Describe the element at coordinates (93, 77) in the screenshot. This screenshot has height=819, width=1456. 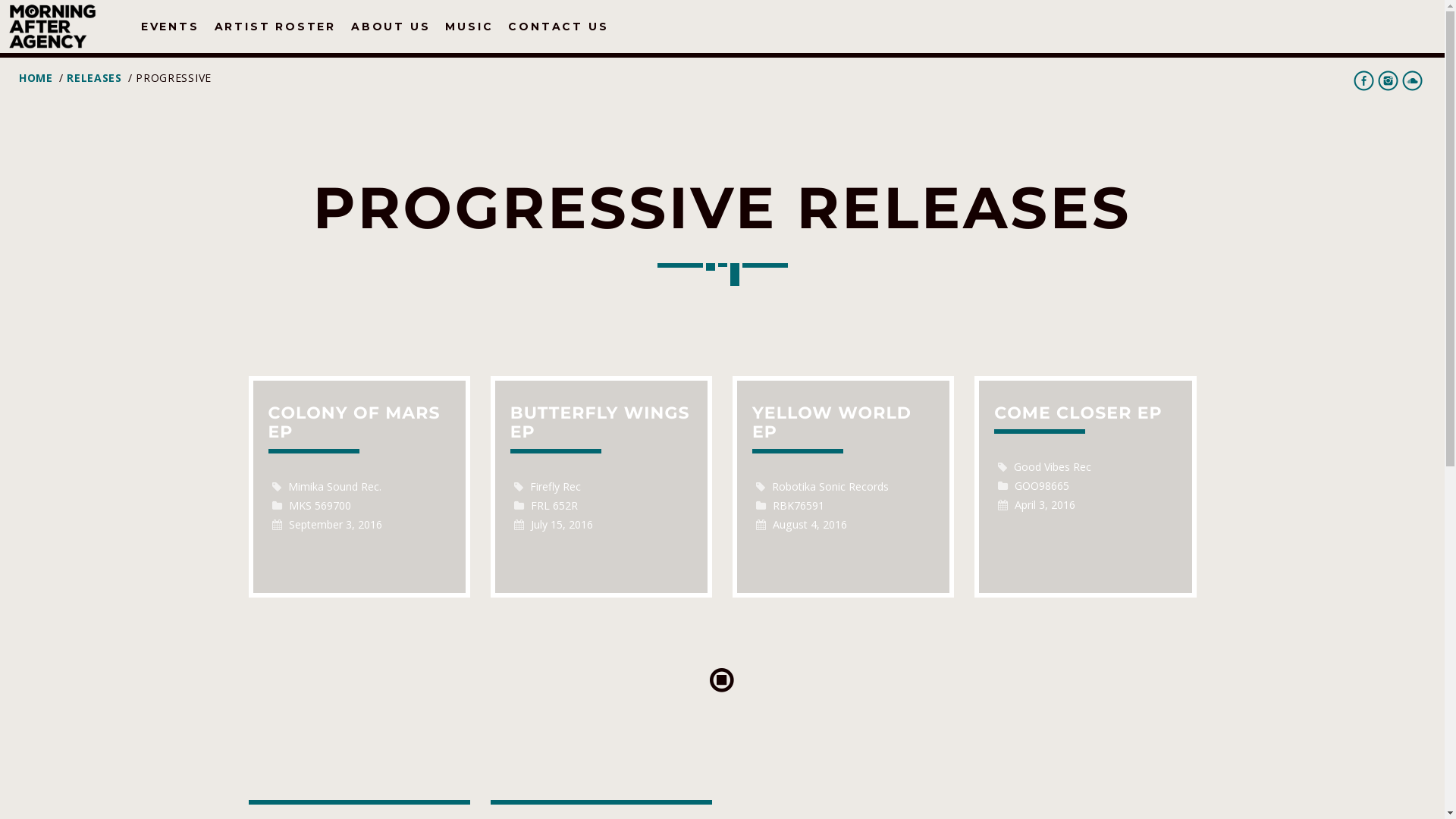
I see `'RELEASES'` at that location.